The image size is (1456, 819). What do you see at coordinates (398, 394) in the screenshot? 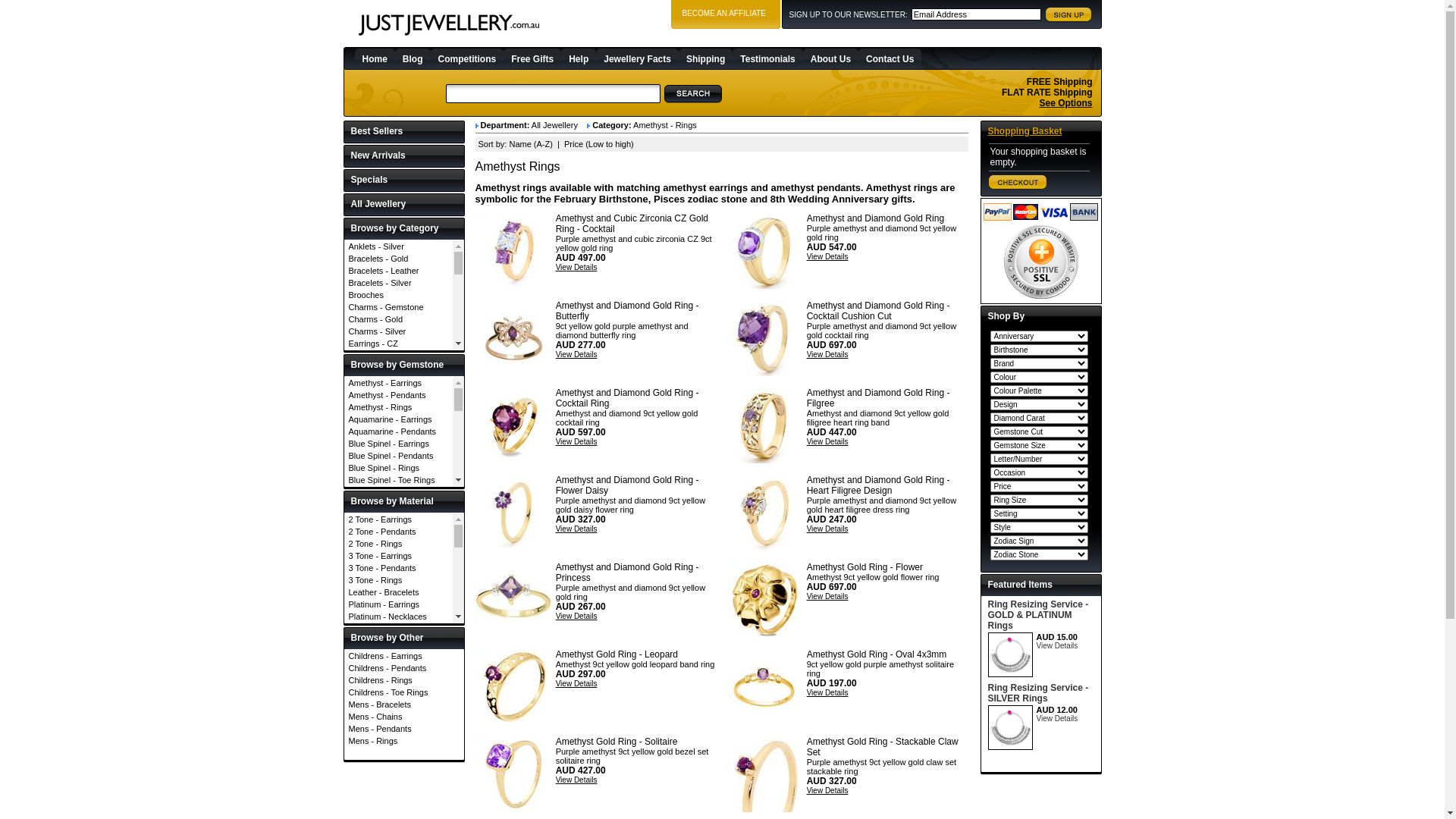
I see `'Amethyst - Pendants'` at bounding box center [398, 394].